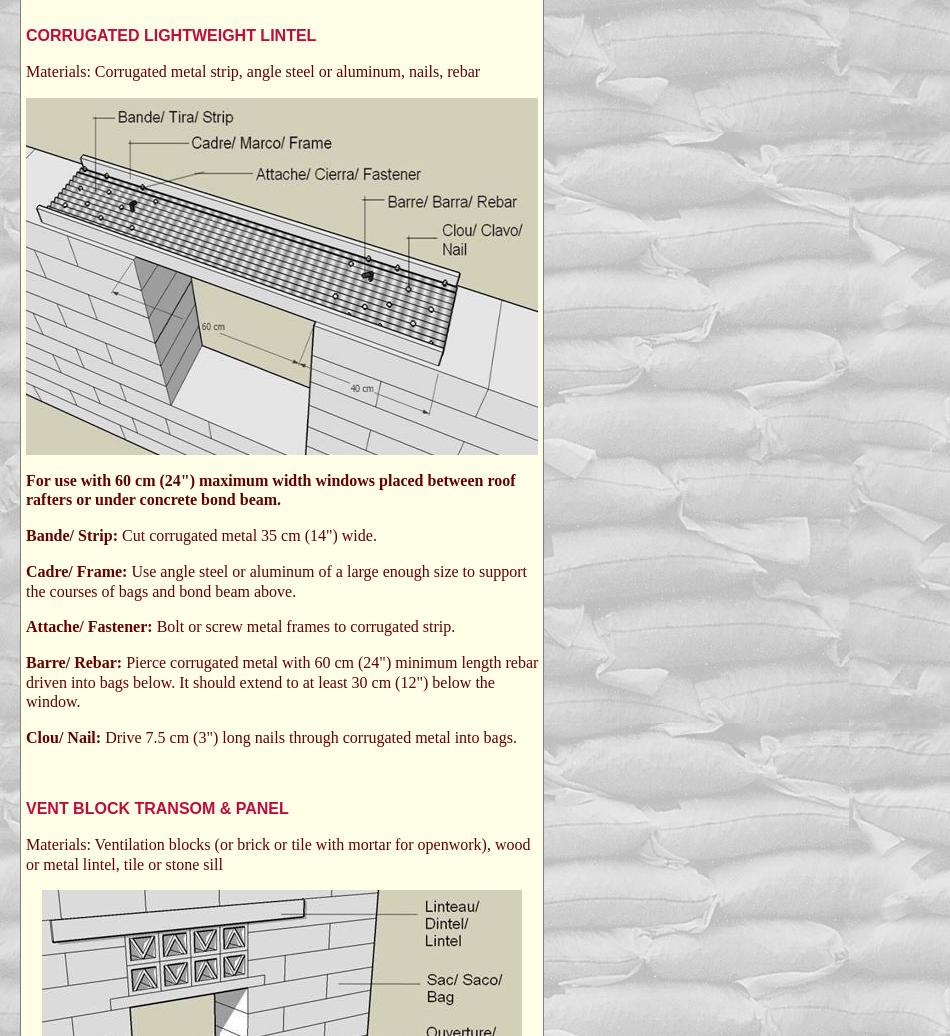  What do you see at coordinates (78, 570) in the screenshot?
I see `'Cadre/ Frame:'` at bounding box center [78, 570].